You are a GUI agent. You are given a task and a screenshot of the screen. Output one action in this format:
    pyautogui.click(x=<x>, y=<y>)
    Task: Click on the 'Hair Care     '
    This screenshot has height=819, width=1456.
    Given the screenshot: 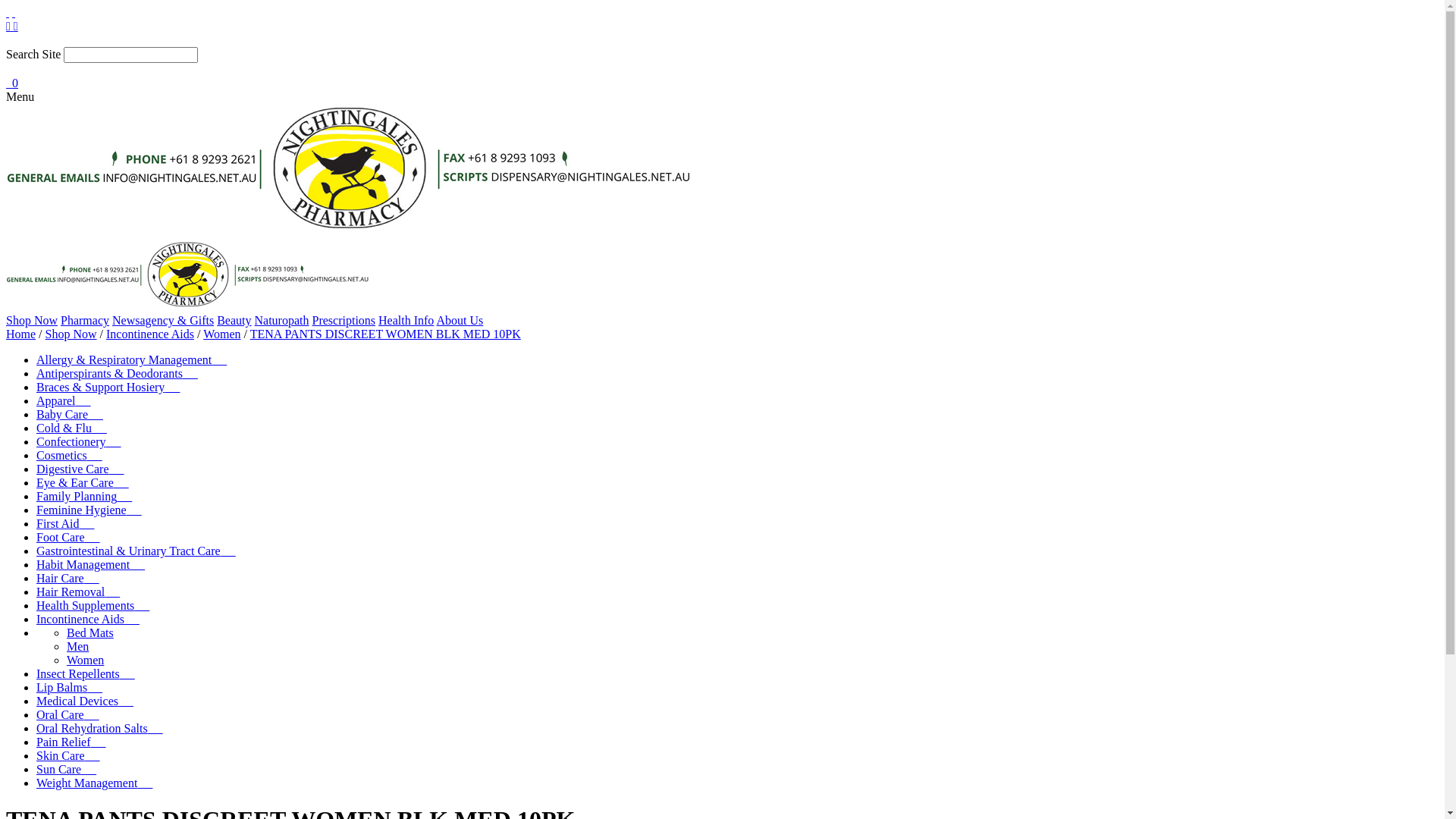 What is the action you would take?
    pyautogui.click(x=36, y=578)
    